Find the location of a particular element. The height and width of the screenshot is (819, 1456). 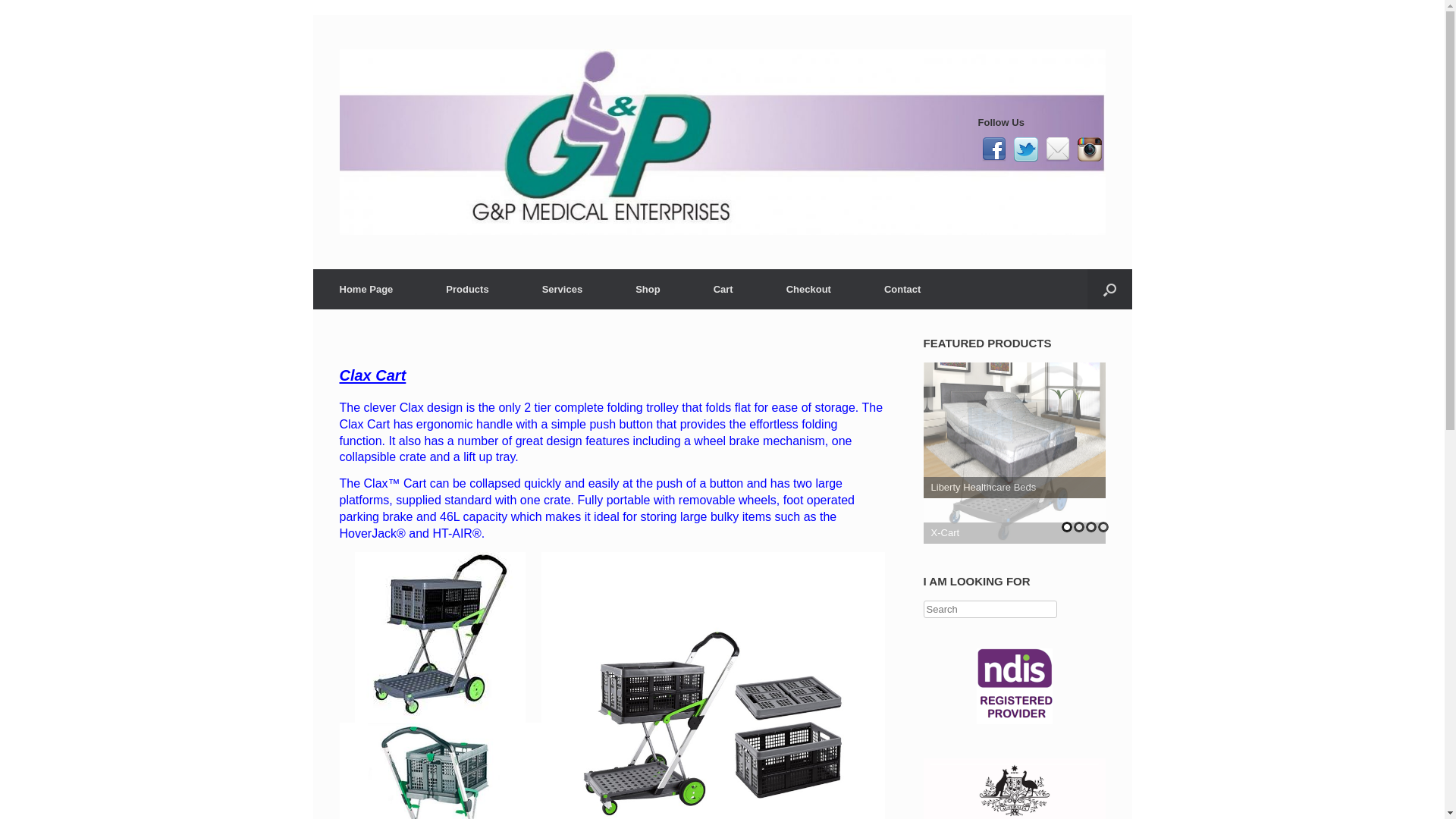

'3' is located at coordinates (1090, 526).